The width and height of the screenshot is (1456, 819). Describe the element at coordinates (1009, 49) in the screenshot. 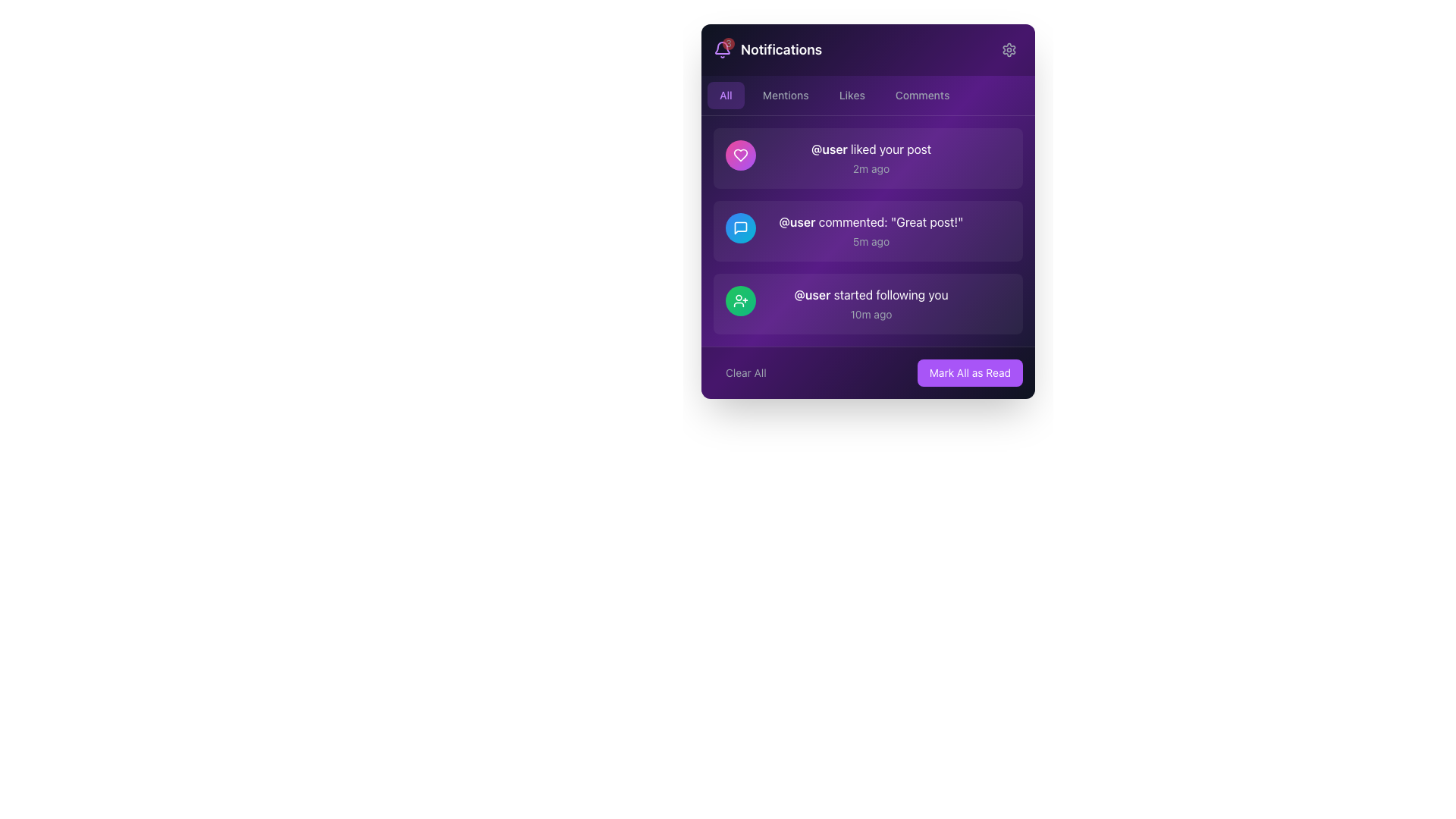

I see `the cogwheel icon button at the top-right of the notification panel` at that location.